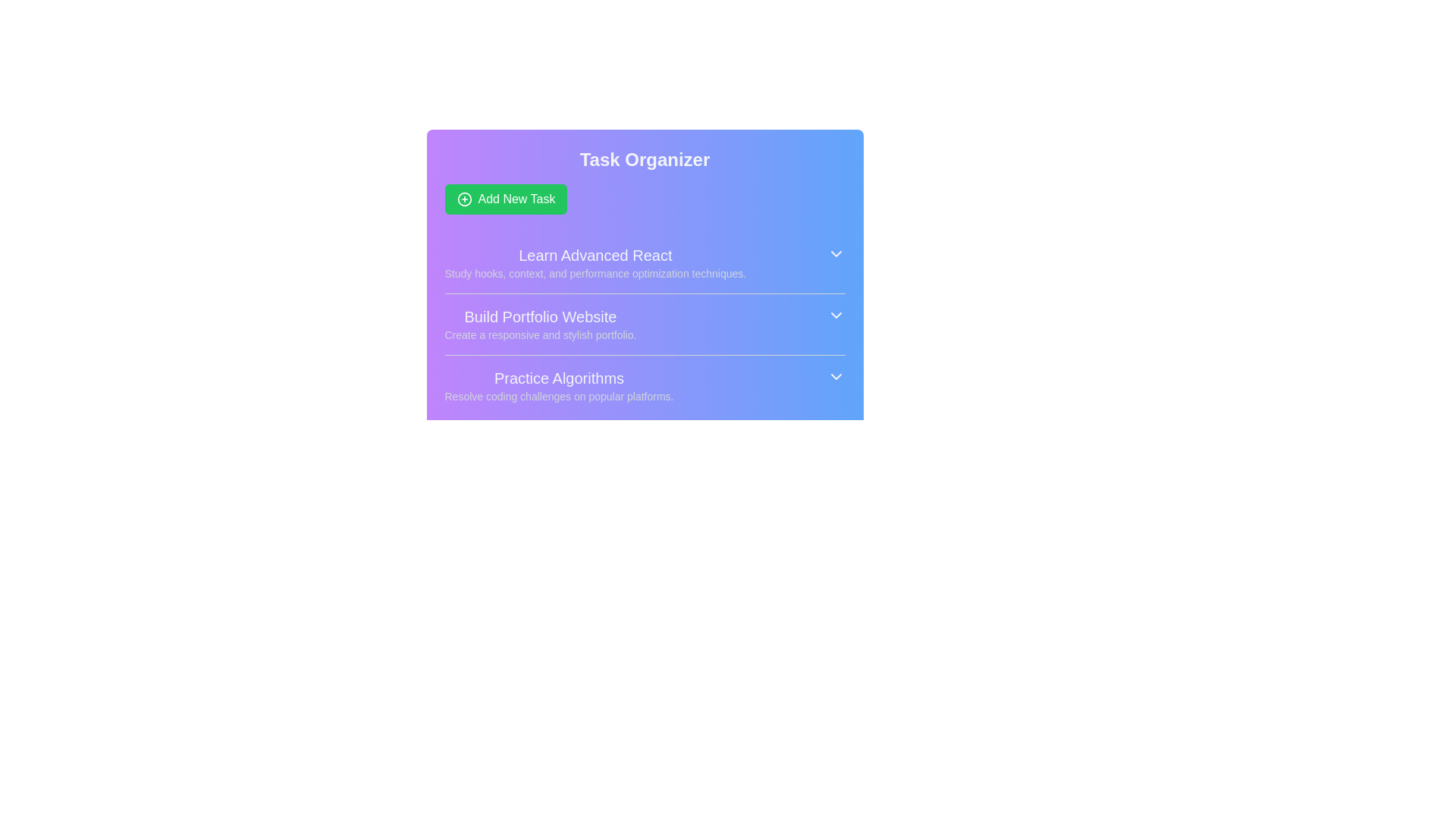 Image resolution: width=1456 pixels, height=819 pixels. What do you see at coordinates (540, 315) in the screenshot?
I see `text label titled 'Build Portfolio Website' located centrally in the task entry card, positioned between 'Learn Advanced React' and 'Practice Algorithms'` at bounding box center [540, 315].